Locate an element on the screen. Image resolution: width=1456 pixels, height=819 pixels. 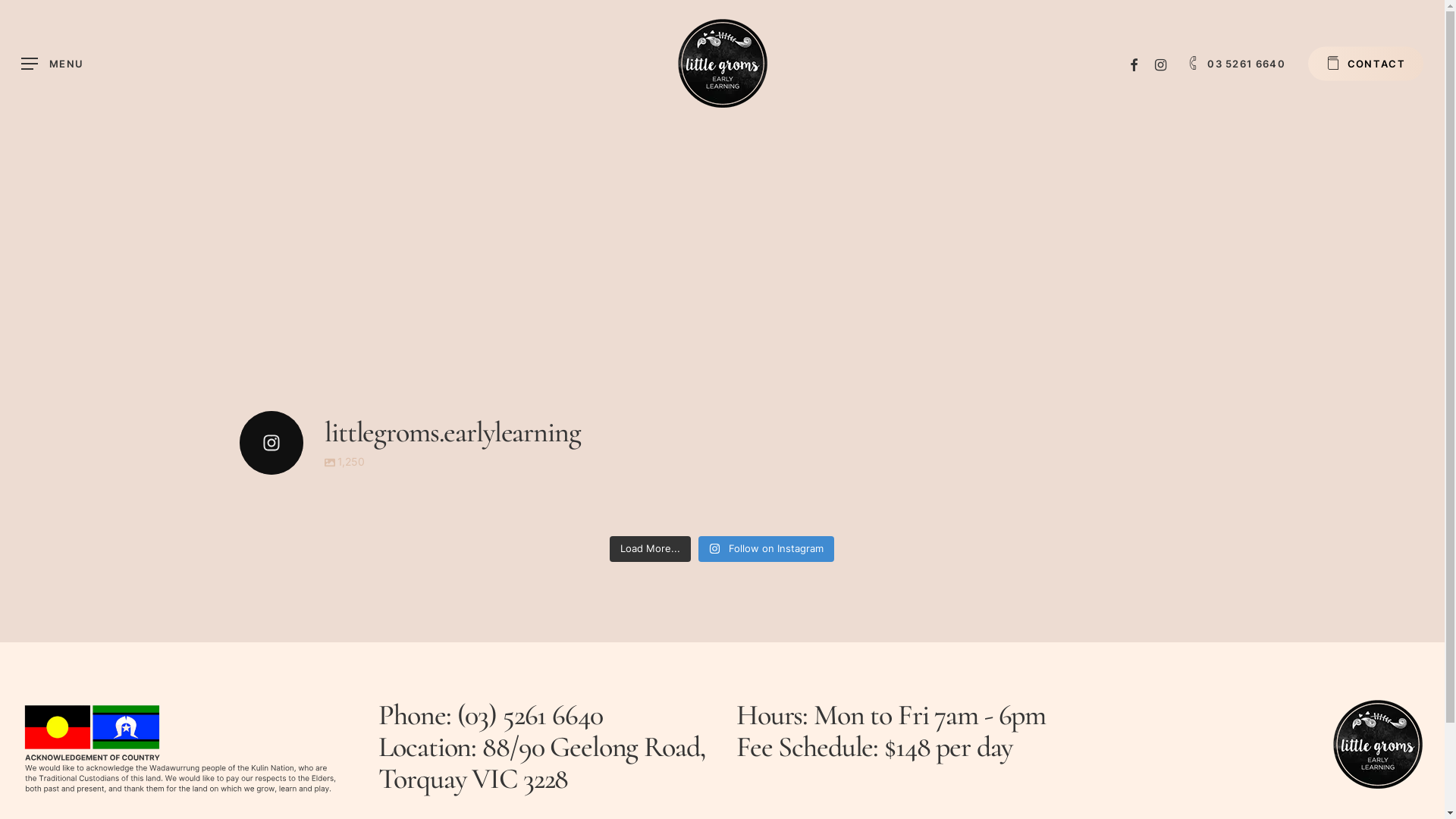
'88/90 Geelong Road, Torquay VIC 3228' is located at coordinates (541, 763).